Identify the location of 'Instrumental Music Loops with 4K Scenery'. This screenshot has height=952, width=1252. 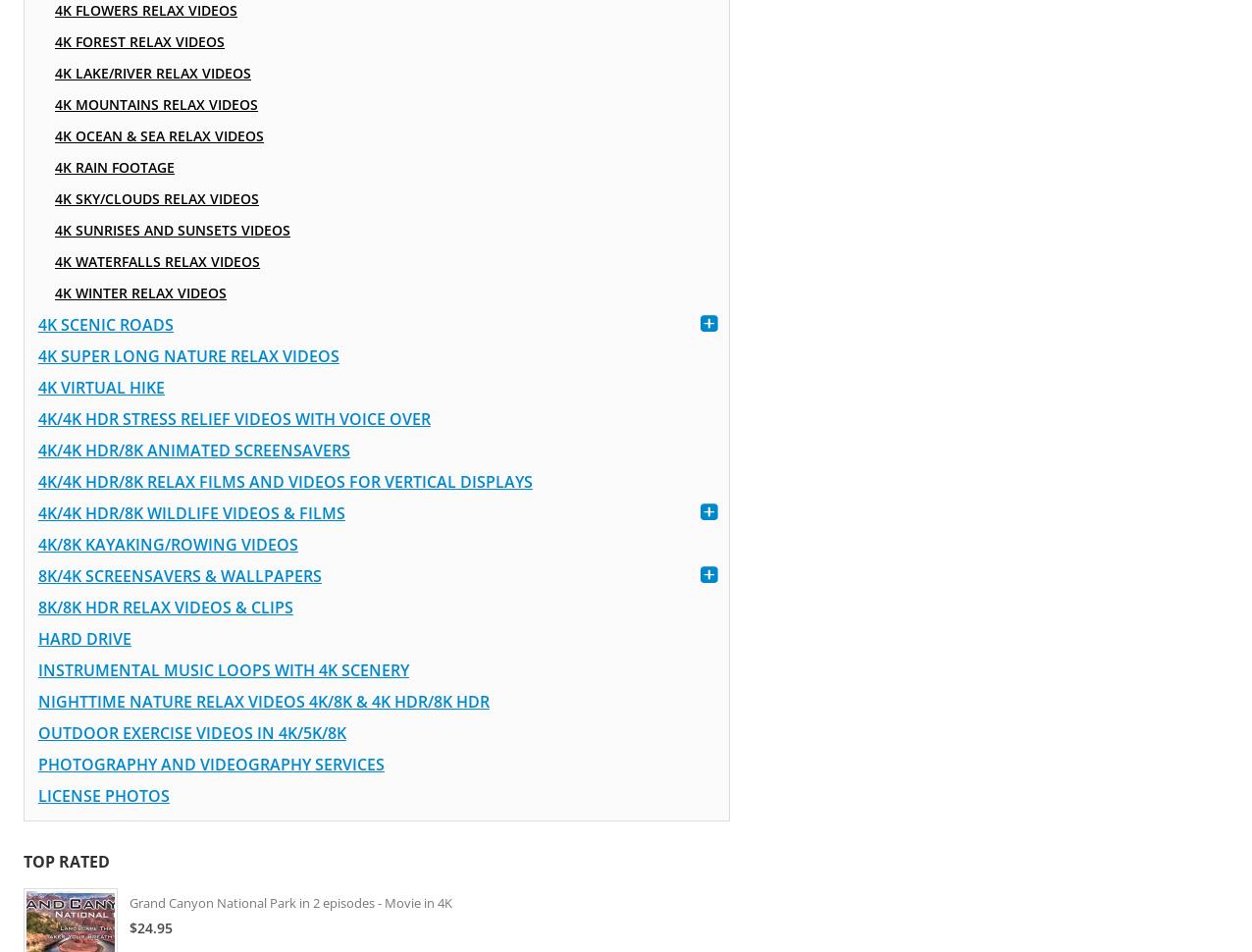
(223, 669).